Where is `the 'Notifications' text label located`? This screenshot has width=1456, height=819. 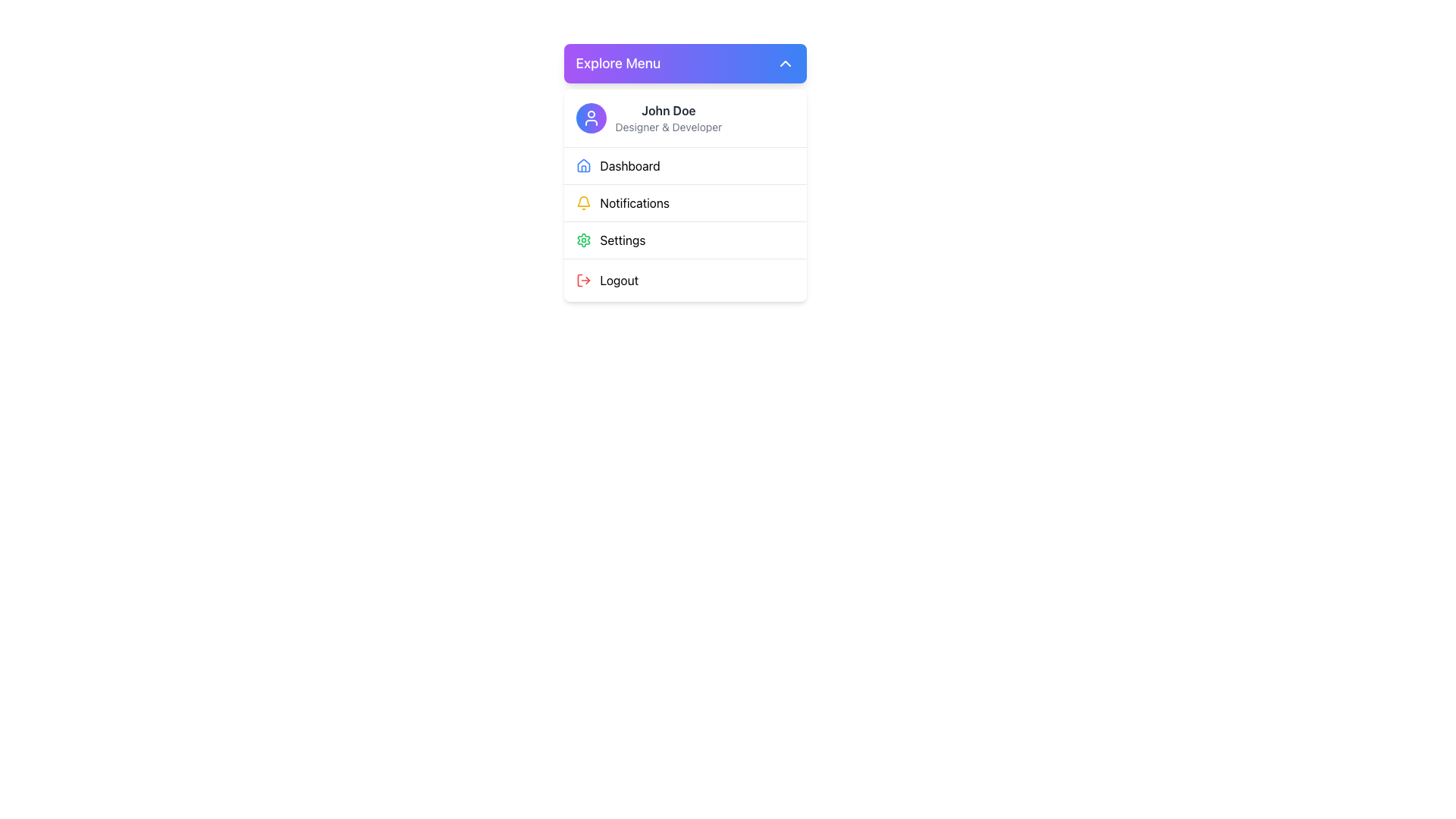
the 'Notifications' text label located is located at coordinates (635, 202).